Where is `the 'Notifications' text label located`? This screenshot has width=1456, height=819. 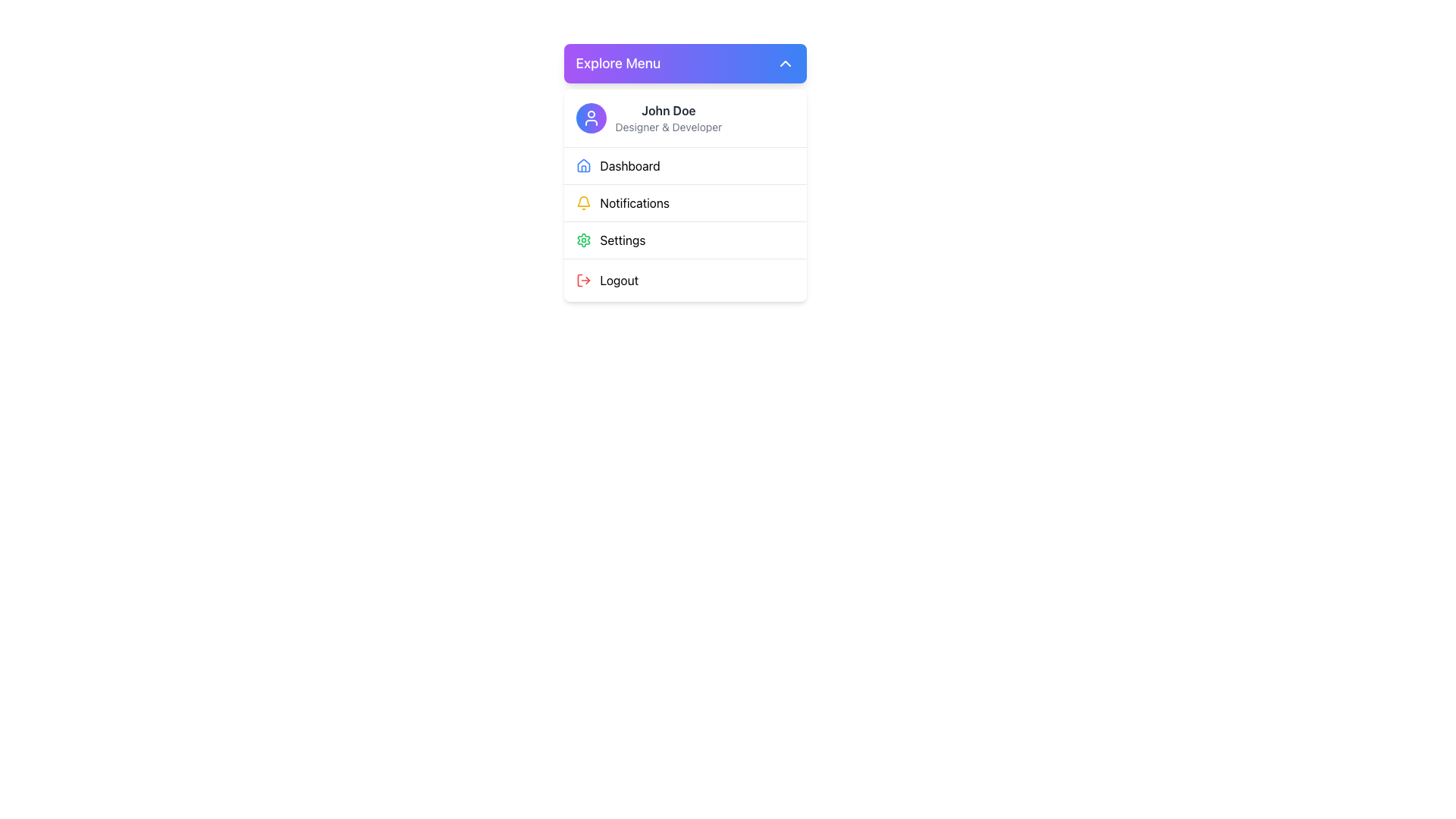
the 'Notifications' text label located is located at coordinates (635, 202).